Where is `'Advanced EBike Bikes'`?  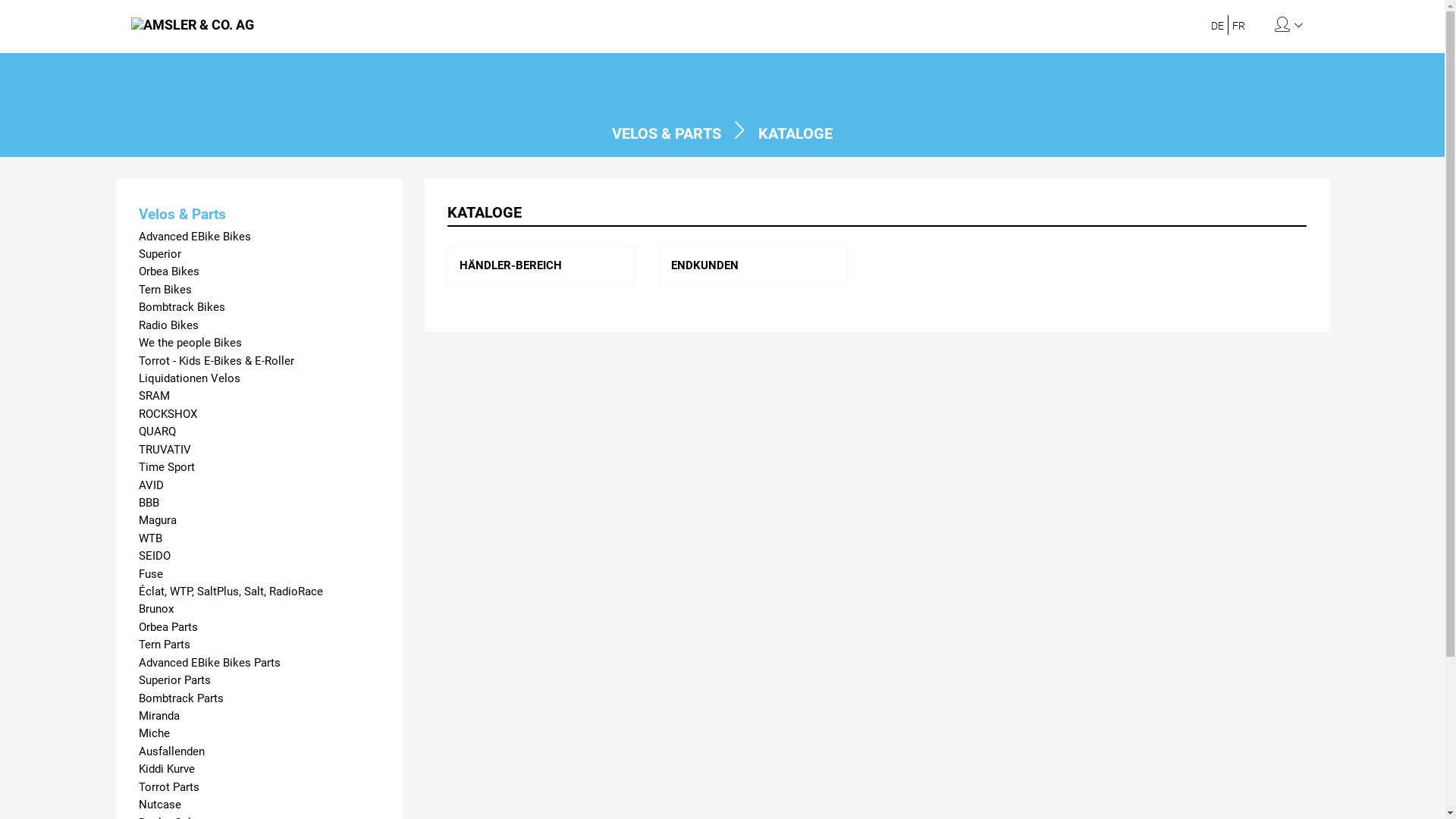 'Advanced EBike Bikes' is located at coordinates (258, 237).